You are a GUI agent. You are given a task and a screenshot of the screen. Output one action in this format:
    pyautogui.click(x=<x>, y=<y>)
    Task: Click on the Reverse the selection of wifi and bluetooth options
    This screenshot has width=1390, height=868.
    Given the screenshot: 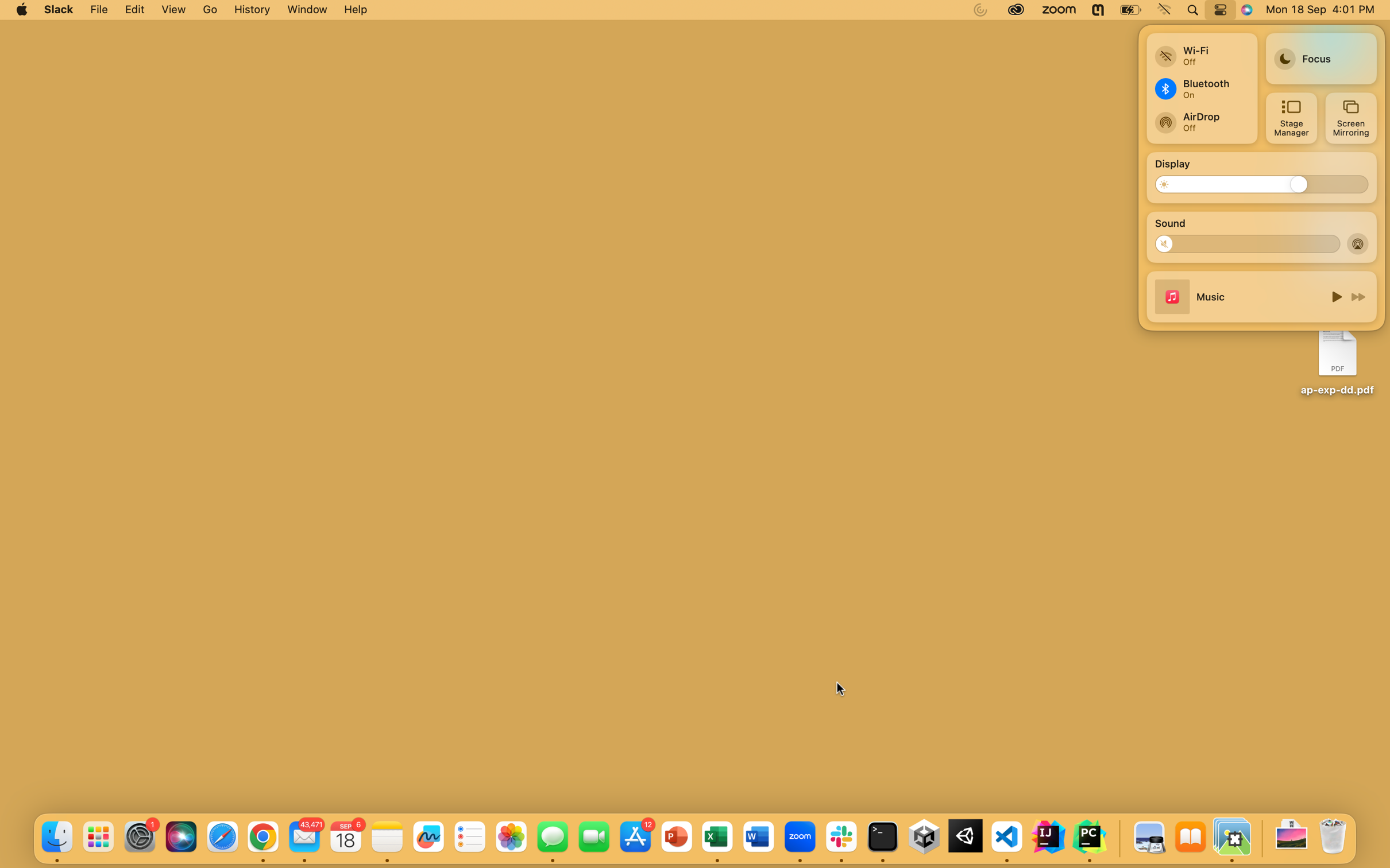 What is the action you would take?
    pyautogui.click(x=1200, y=51)
    